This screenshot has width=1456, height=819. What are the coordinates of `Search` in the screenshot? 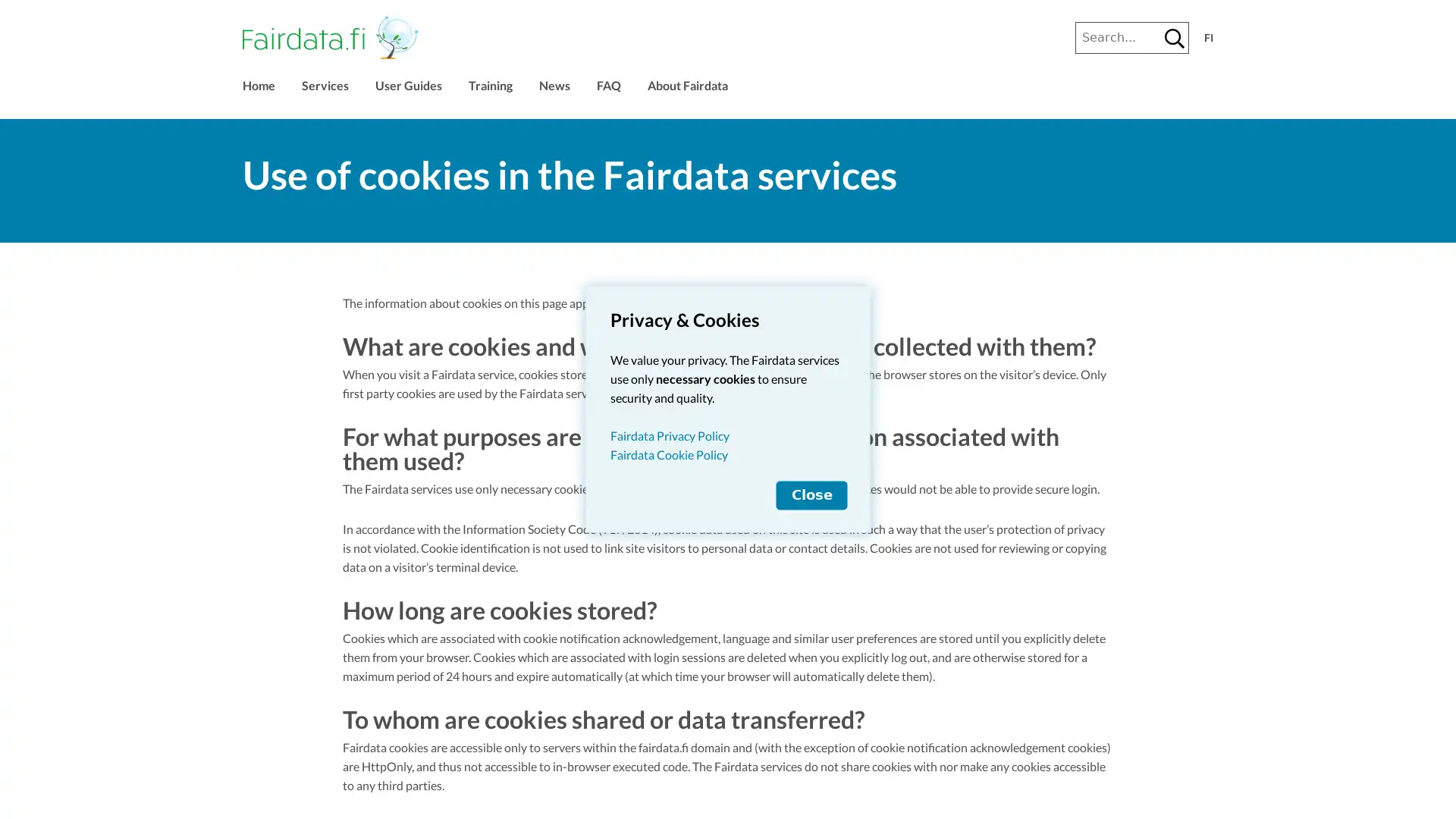 It's located at (1174, 37).